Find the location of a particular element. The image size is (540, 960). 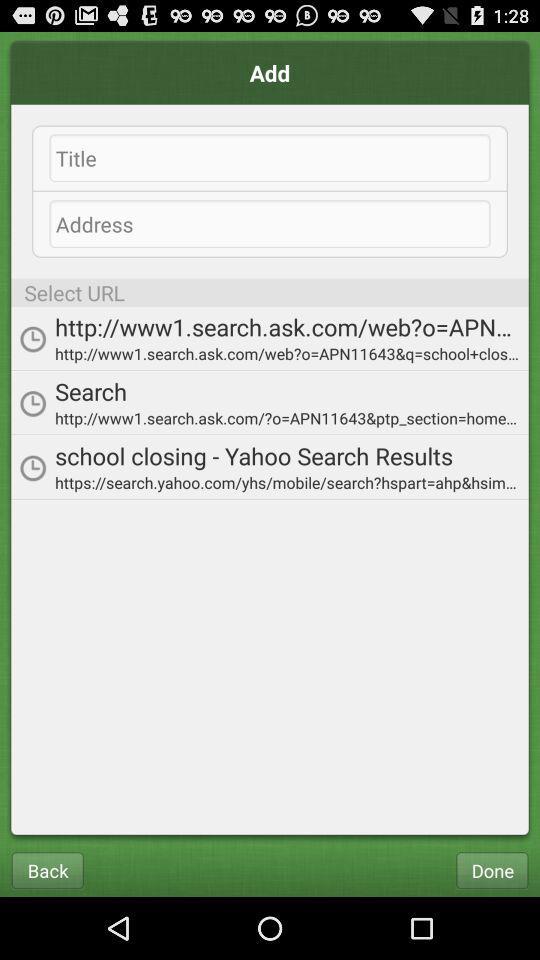

back icon is located at coordinates (47, 869).